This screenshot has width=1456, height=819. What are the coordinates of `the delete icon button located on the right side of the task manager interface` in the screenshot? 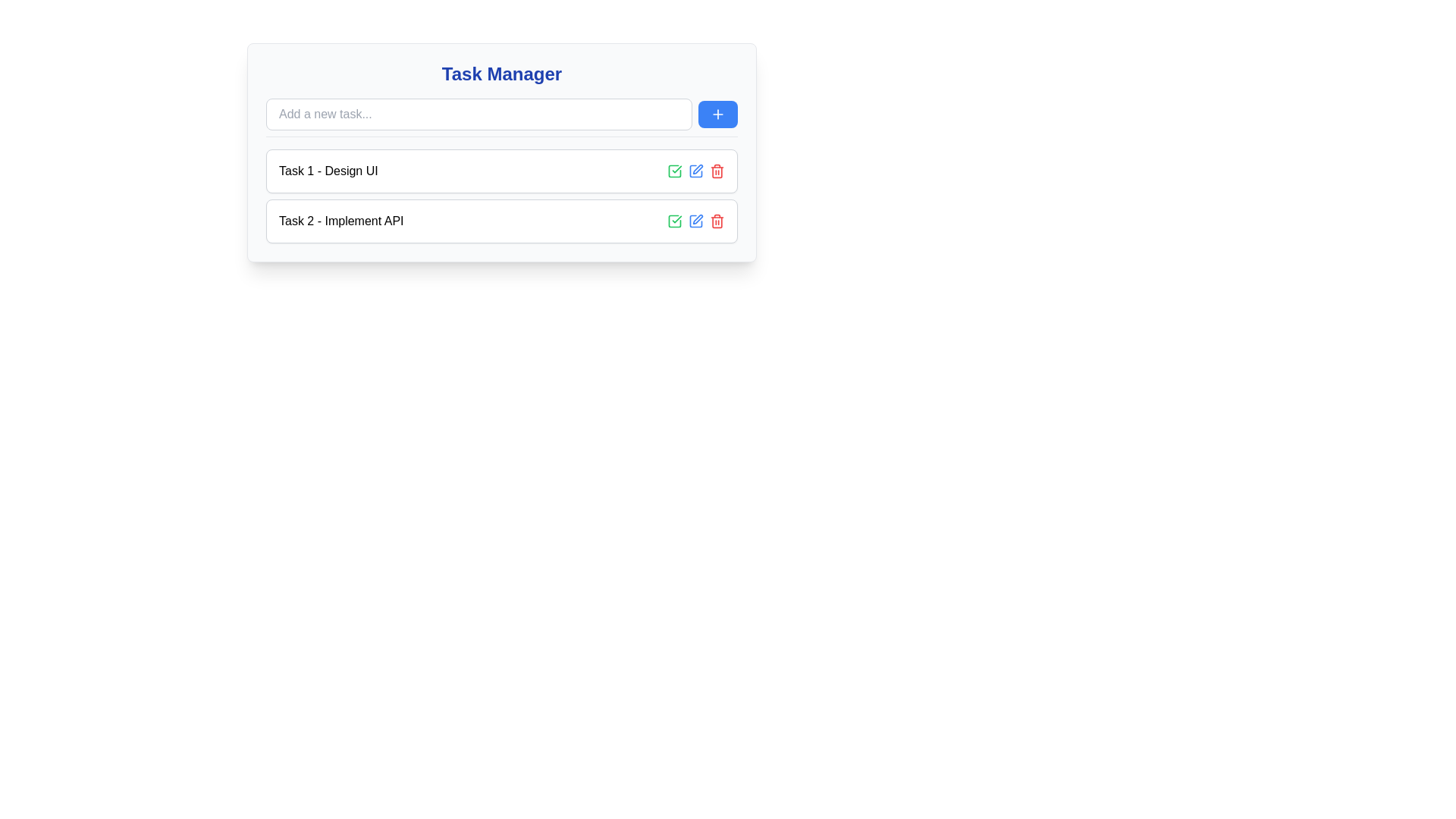 It's located at (716, 171).